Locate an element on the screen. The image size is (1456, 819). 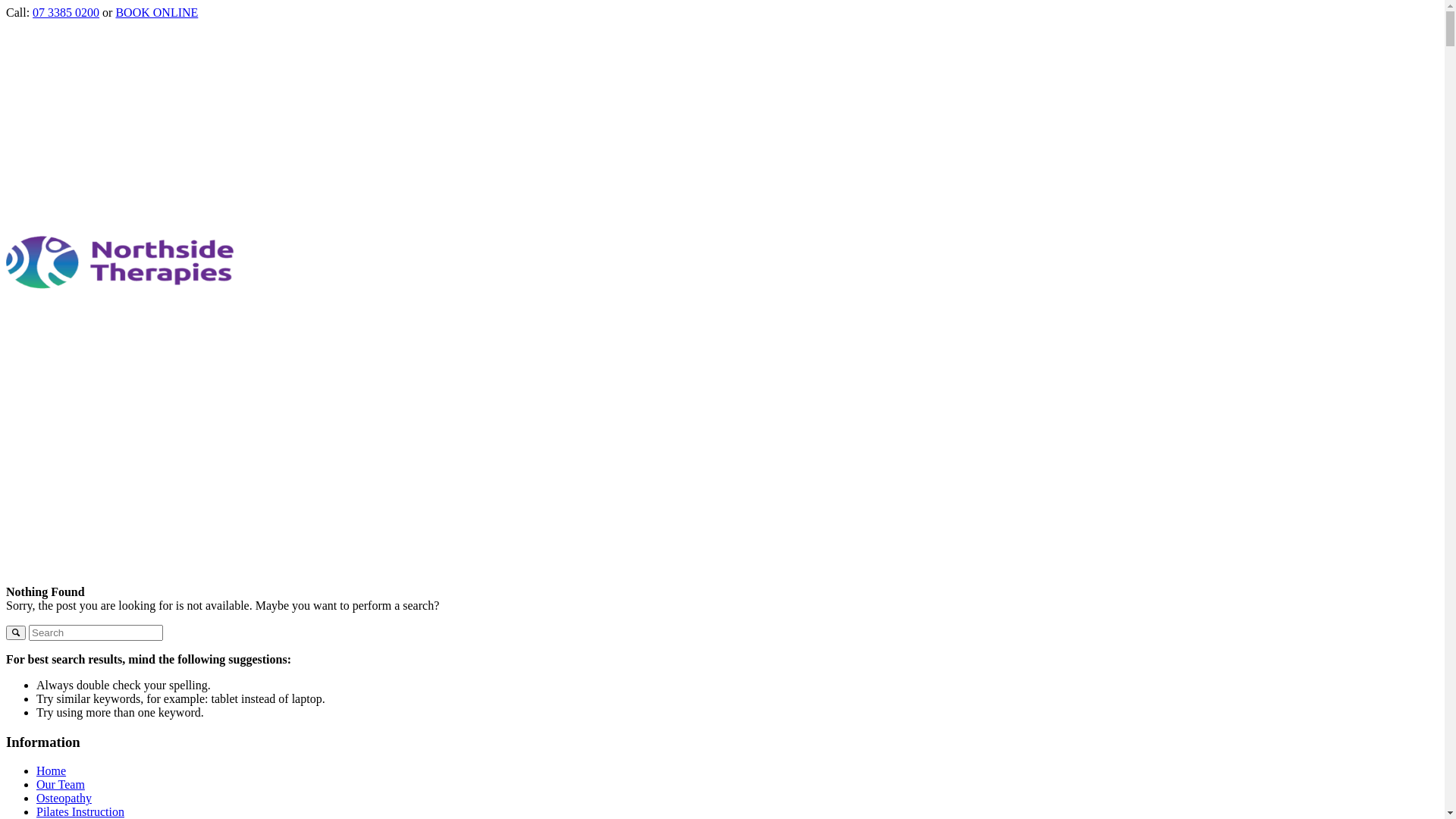
'Osteopathy' is located at coordinates (36, 797).